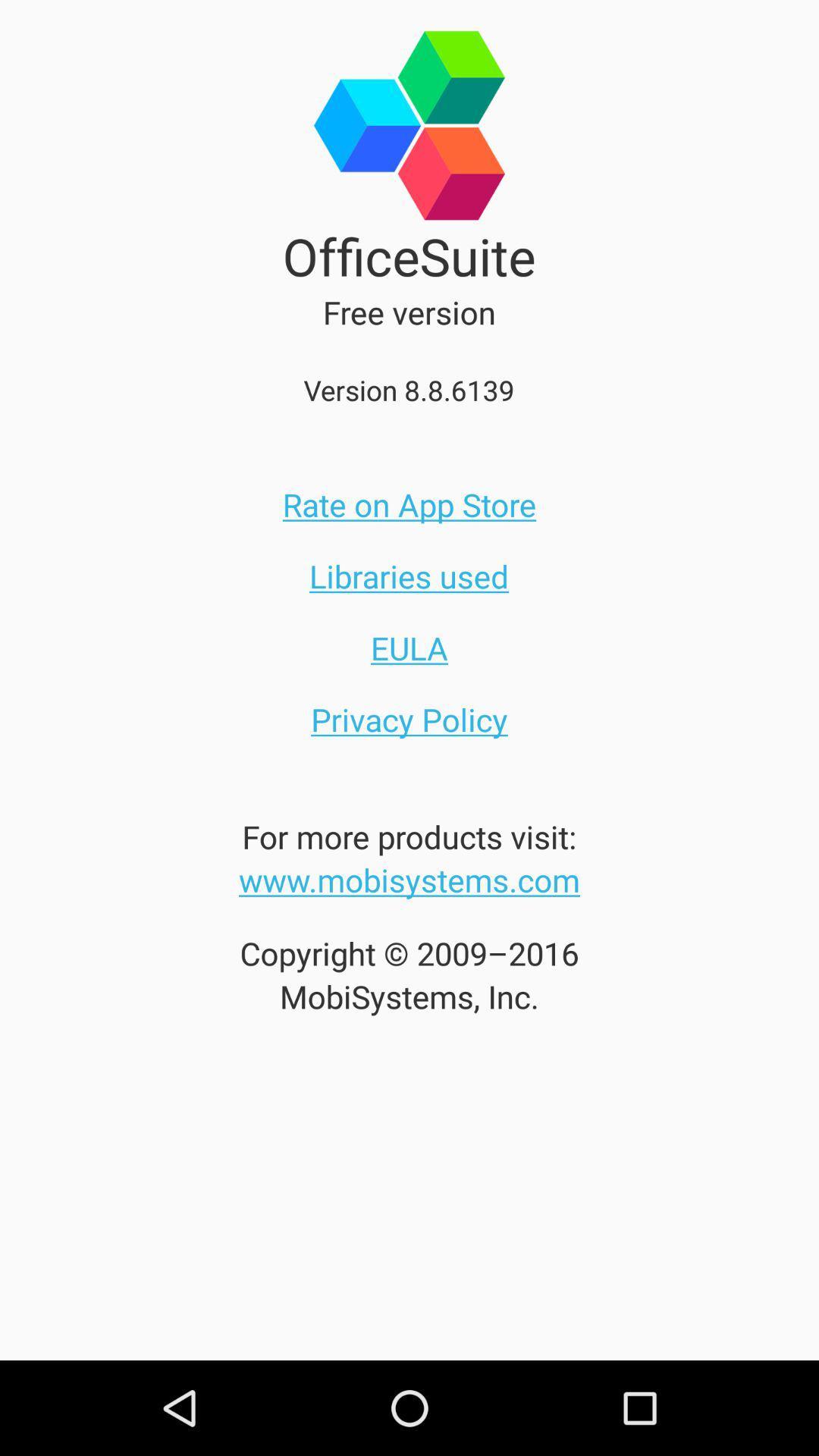 Image resolution: width=819 pixels, height=1456 pixels. Describe the element at coordinates (408, 575) in the screenshot. I see `the icon above eula item` at that location.